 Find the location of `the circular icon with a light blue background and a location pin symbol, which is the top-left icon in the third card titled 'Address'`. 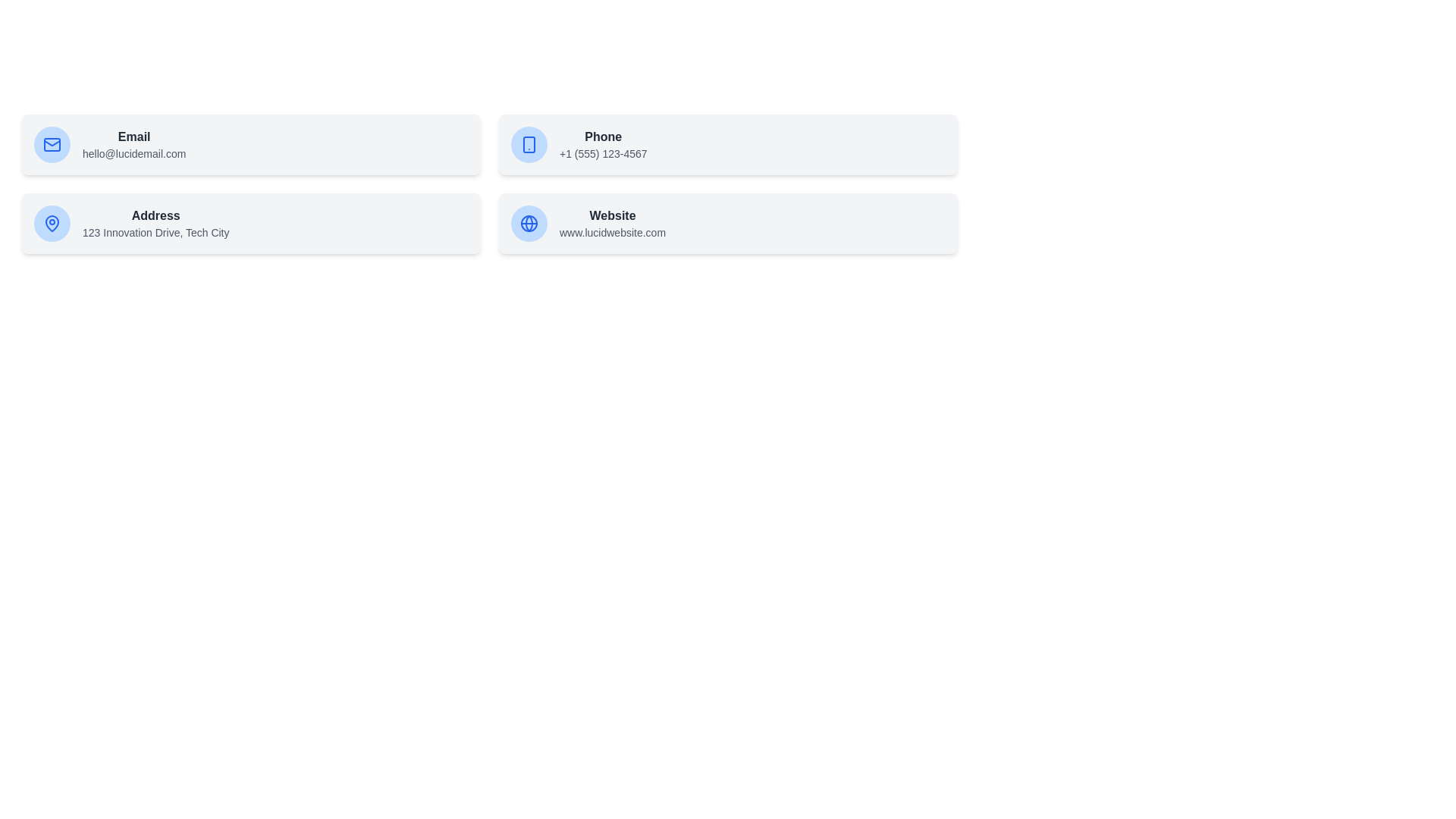

the circular icon with a light blue background and a location pin symbol, which is the top-left icon in the third card titled 'Address' is located at coordinates (52, 223).